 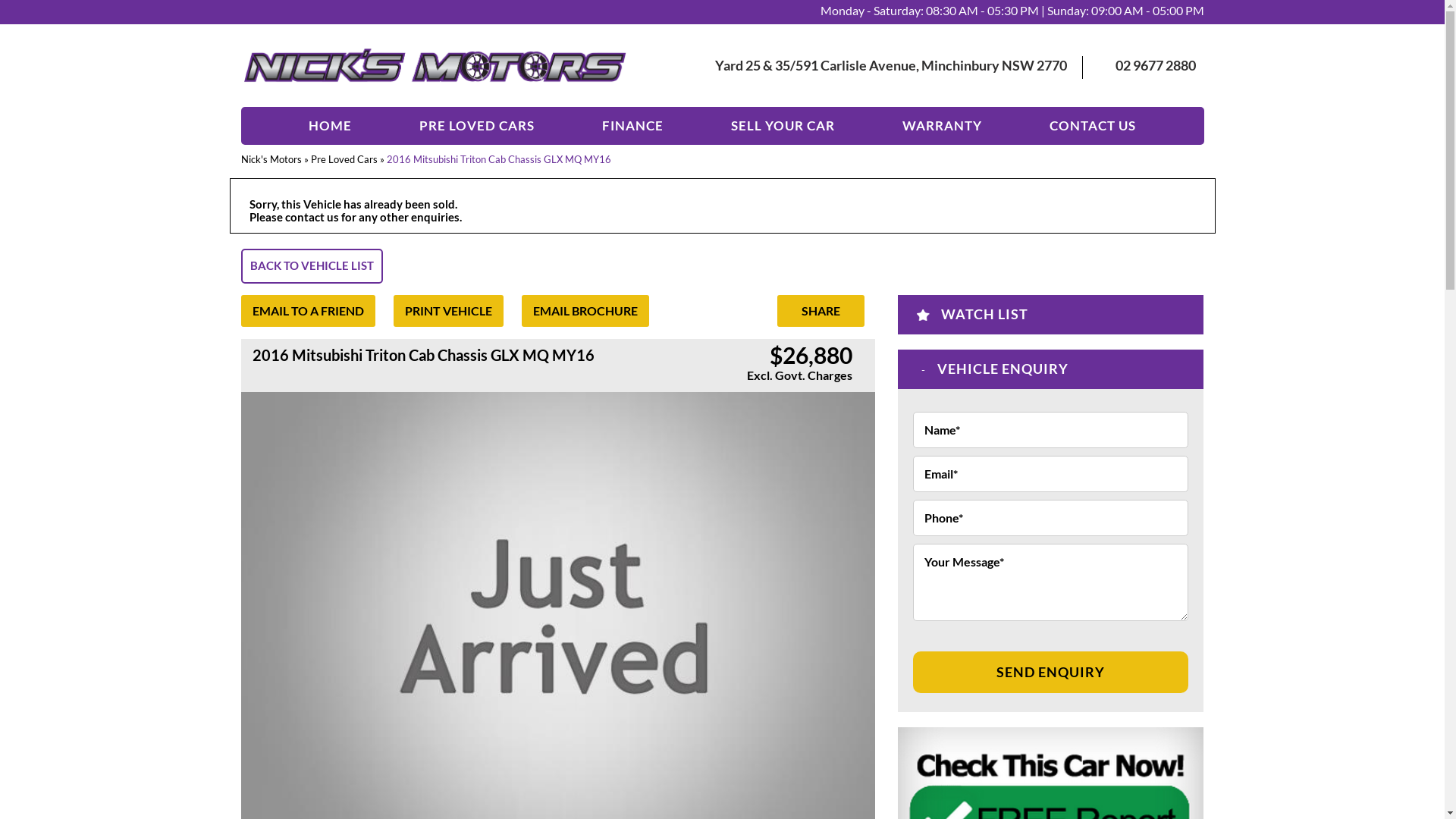 What do you see at coordinates (475, 124) in the screenshot?
I see `'PRE LOVED CARS'` at bounding box center [475, 124].